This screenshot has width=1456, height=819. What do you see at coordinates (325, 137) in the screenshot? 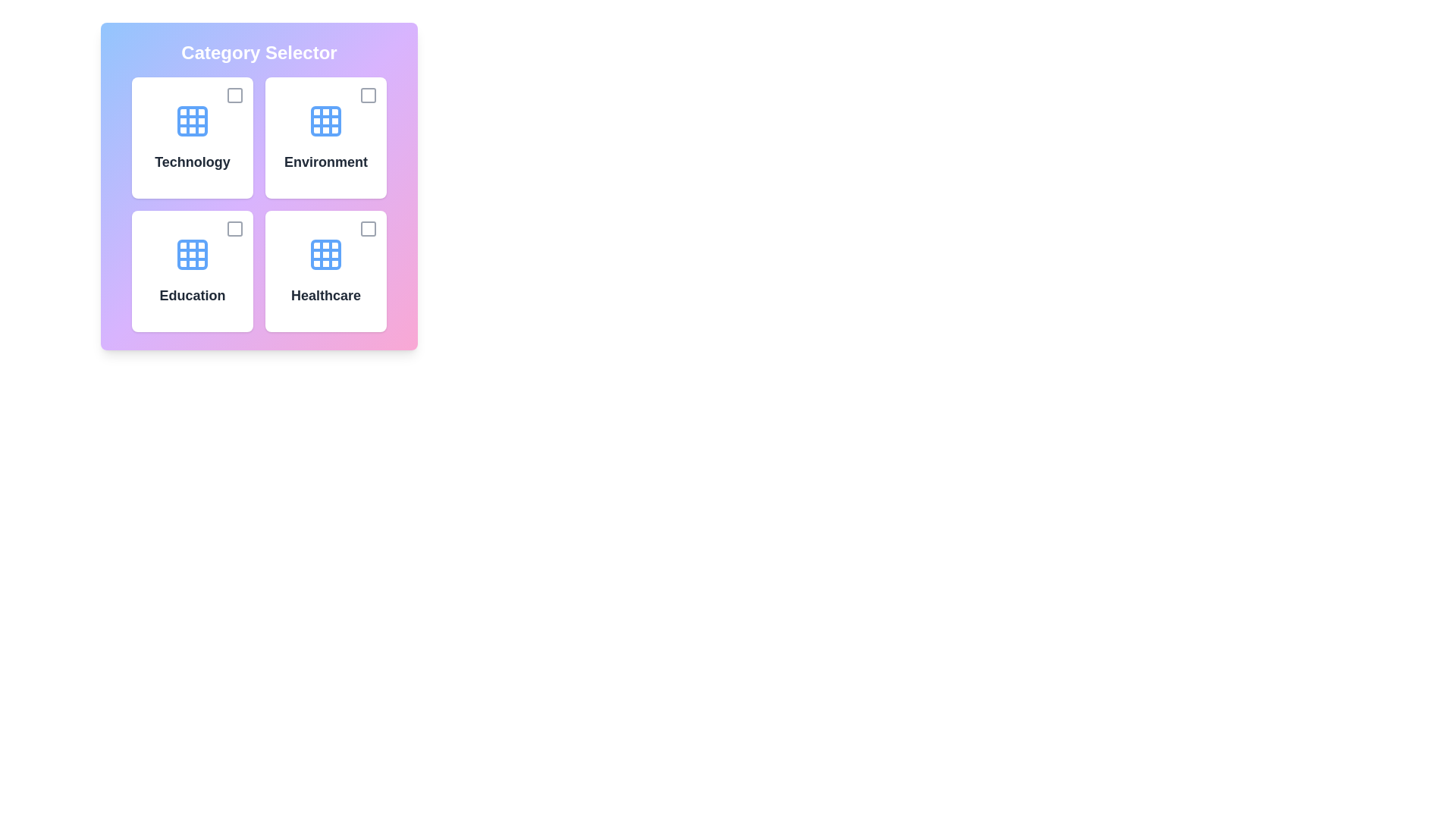
I see `the category card labeled 'Environment' to observe the hover animation effect` at bounding box center [325, 137].